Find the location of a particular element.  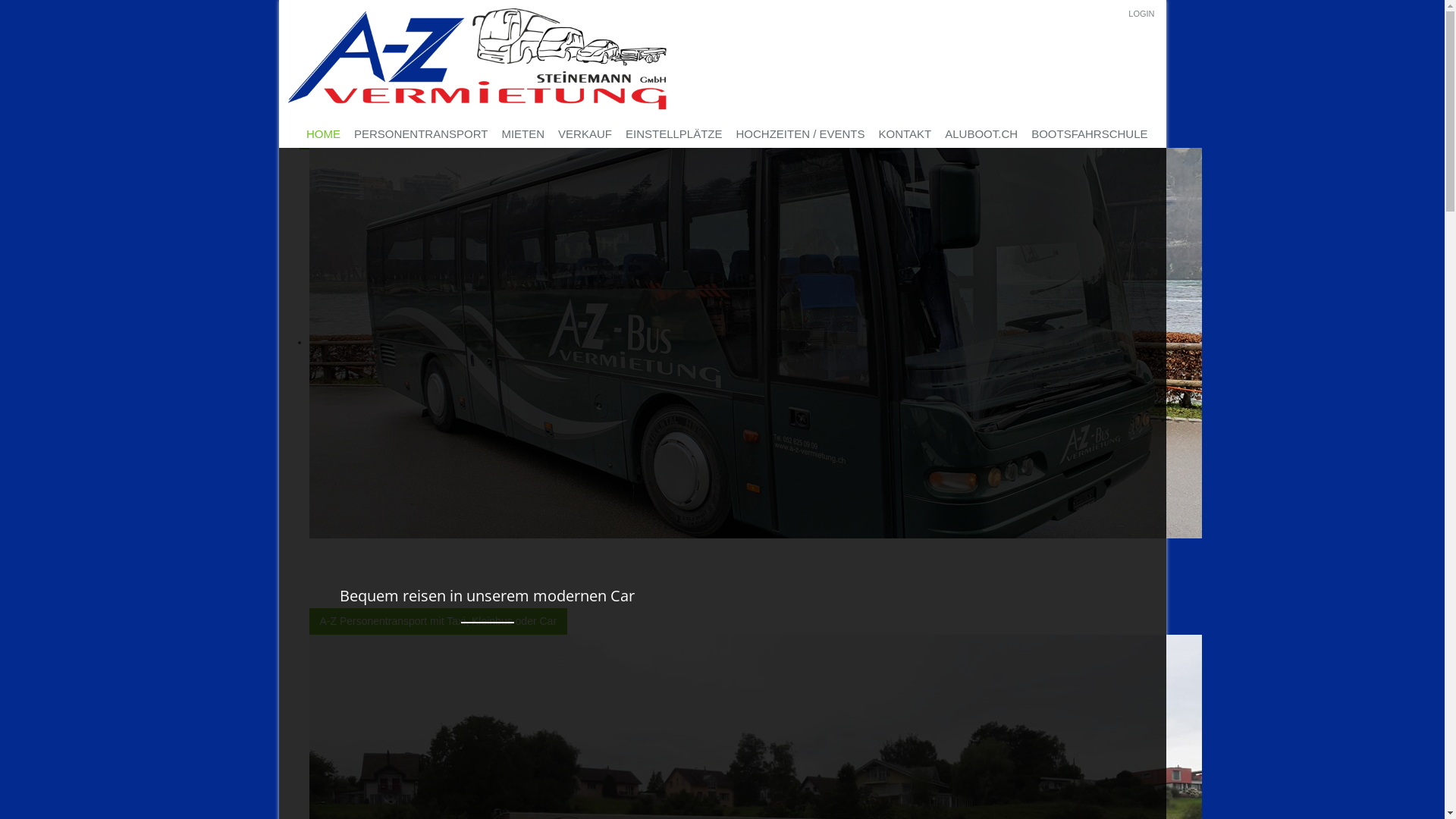

'HOME' is located at coordinates (299, 133).